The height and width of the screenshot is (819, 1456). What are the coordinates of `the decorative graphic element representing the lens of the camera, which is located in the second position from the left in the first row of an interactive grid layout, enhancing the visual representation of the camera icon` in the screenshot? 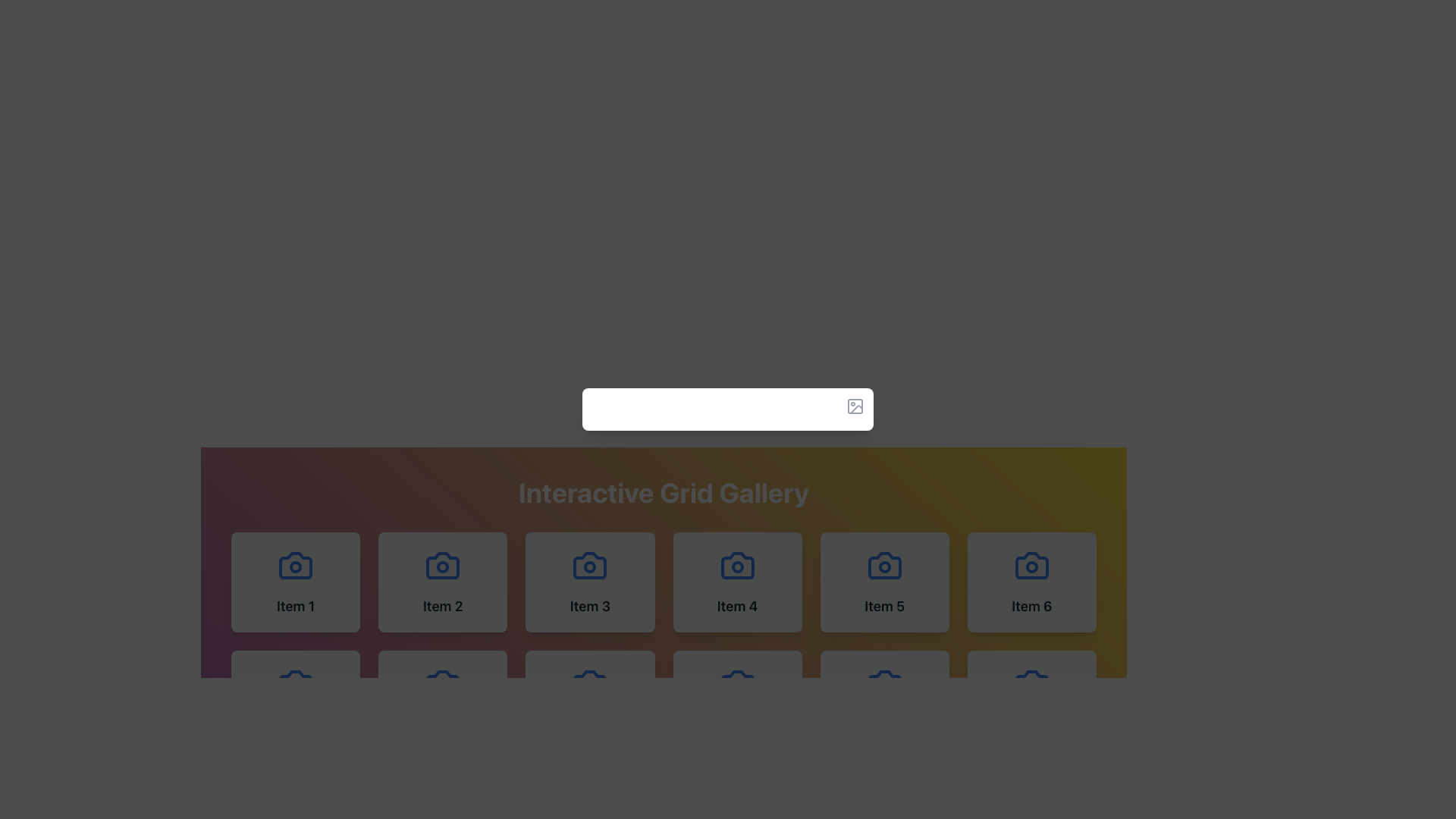 It's located at (442, 567).